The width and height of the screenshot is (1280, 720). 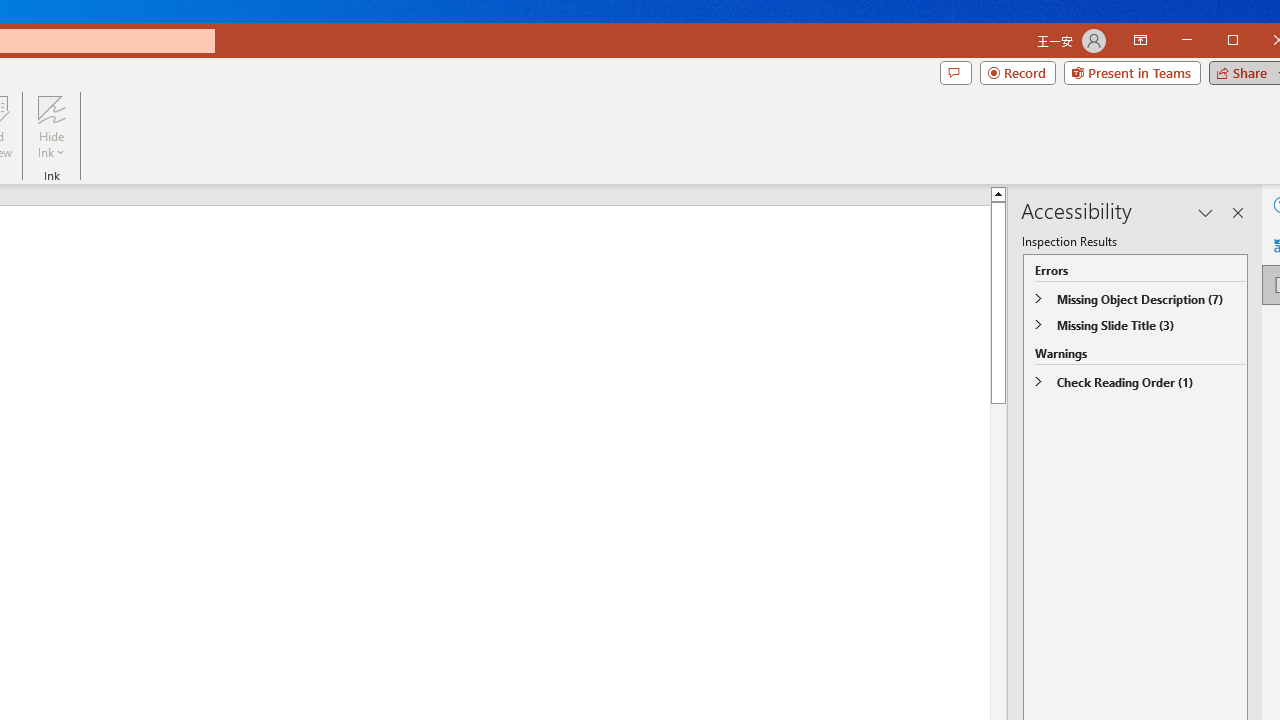 What do you see at coordinates (51, 145) in the screenshot?
I see `'More Options'` at bounding box center [51, 145].